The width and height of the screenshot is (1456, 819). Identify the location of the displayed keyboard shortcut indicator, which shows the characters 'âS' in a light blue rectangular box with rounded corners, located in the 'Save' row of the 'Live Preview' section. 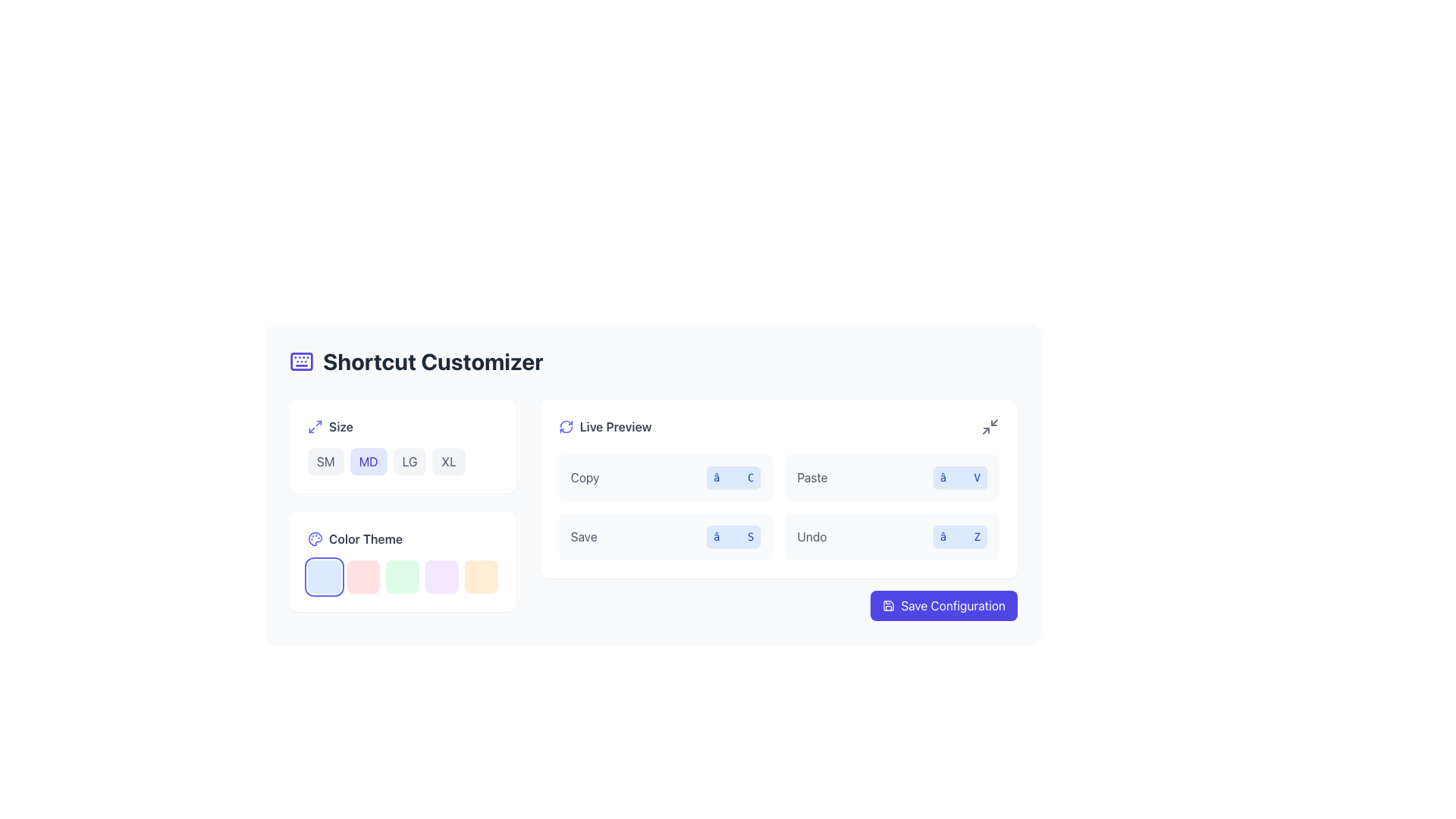
(733, 536).